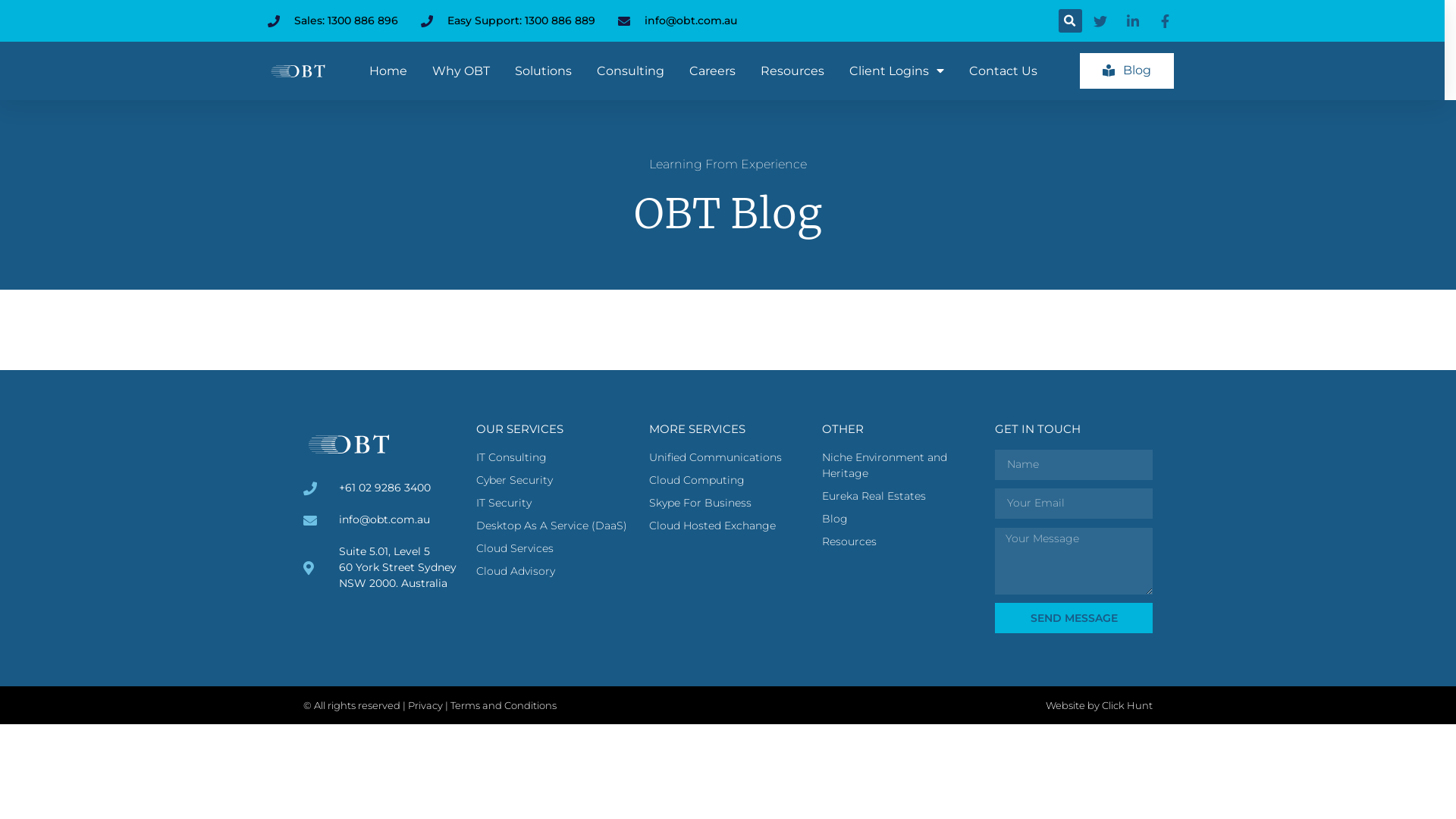  What do you see at coordinates (728, 503) in the screenshot?
I see `'Skype For Business'` at bounding box center [728, 503].